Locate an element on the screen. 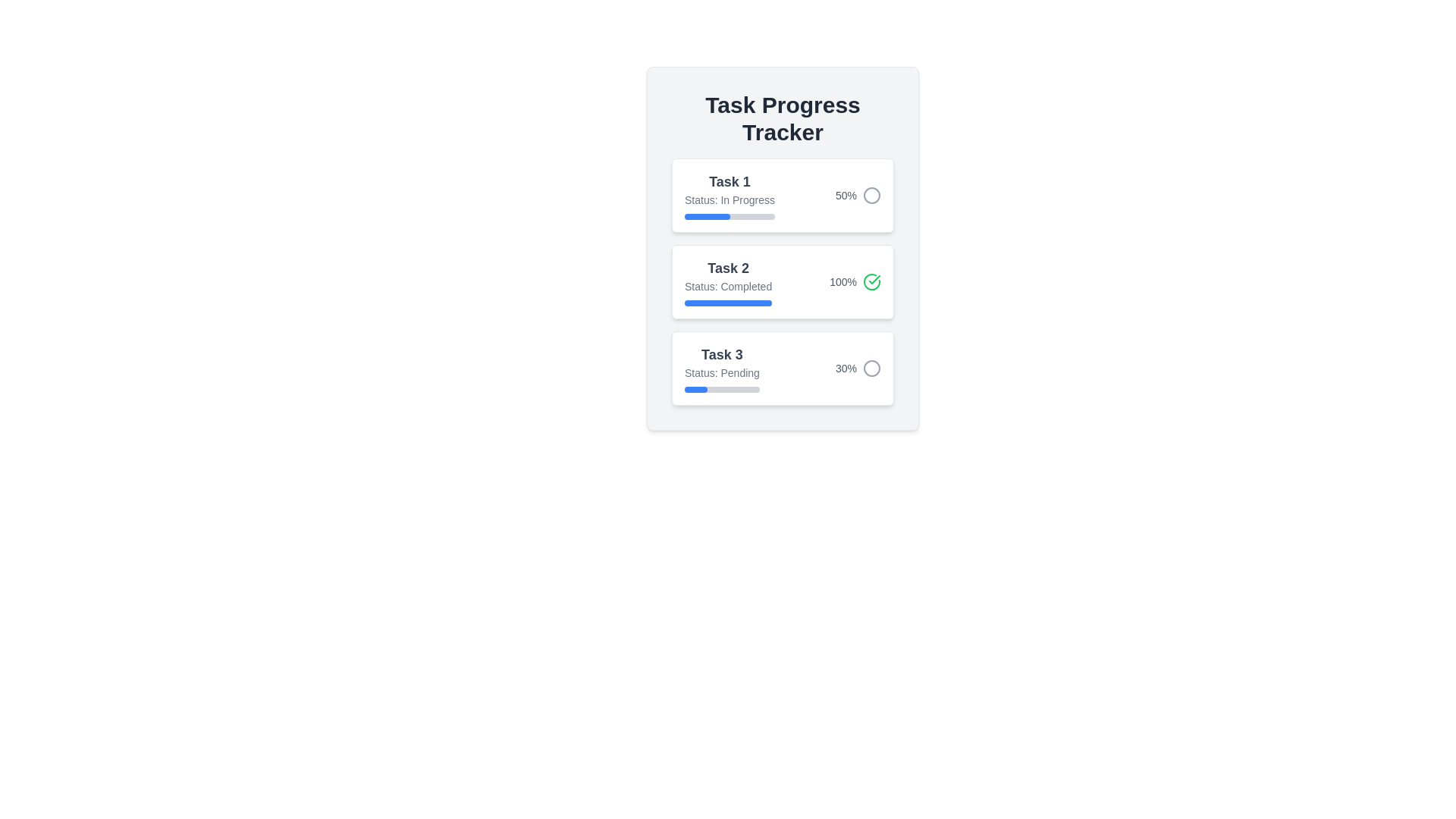 This screenshot has width=1456, height=819. the 'Task 2' text label located under the 'Task Progress Tracker' heading for accessibility tools is located at coordinates (728, 268).